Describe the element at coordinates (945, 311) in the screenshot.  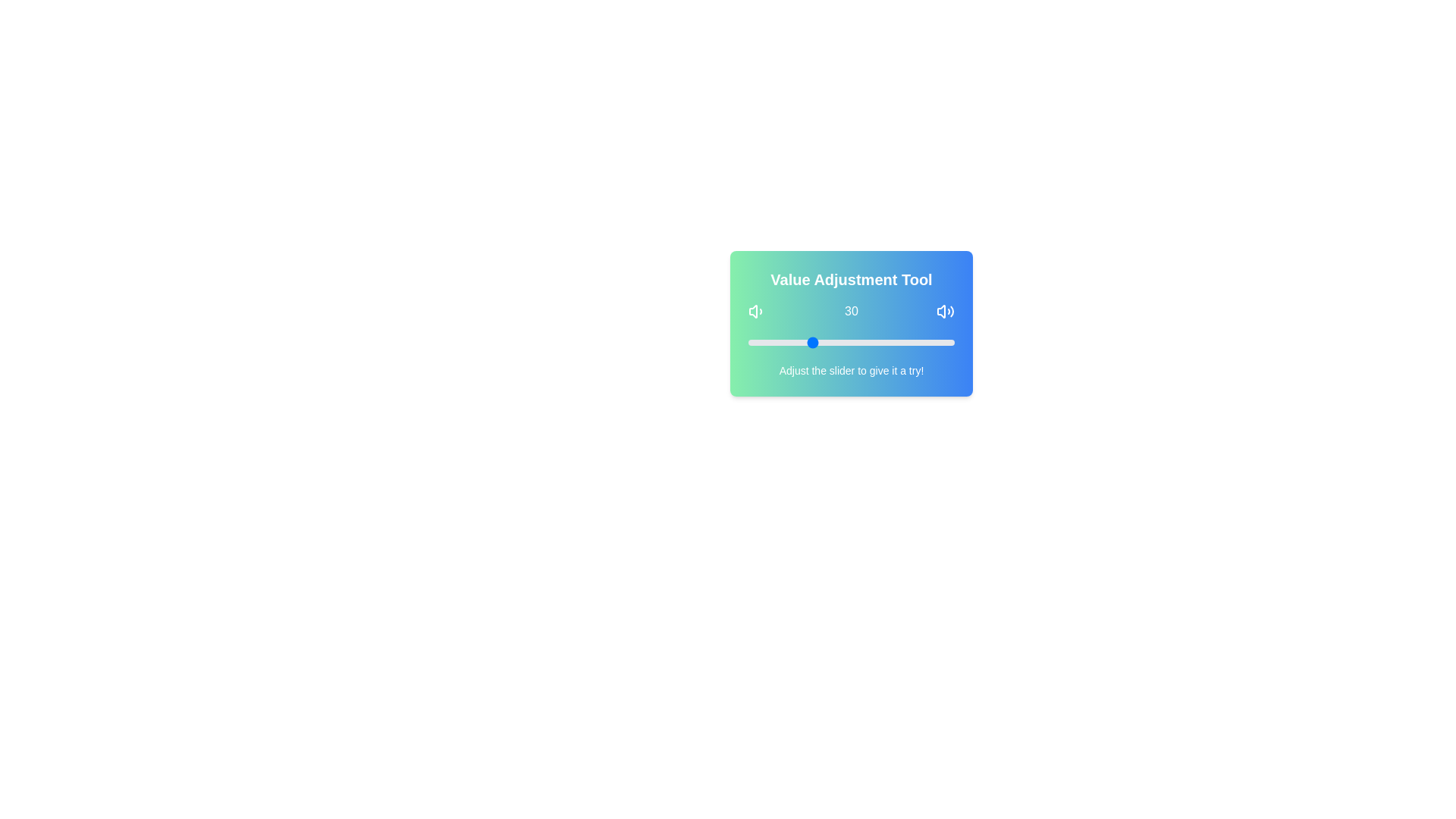
I see `the volume indicator button represented by a small speaker icon with three radiating arcs, located in the top right corner of the 'Value Adjustment Tool' card, to adjust the volume` at that location.